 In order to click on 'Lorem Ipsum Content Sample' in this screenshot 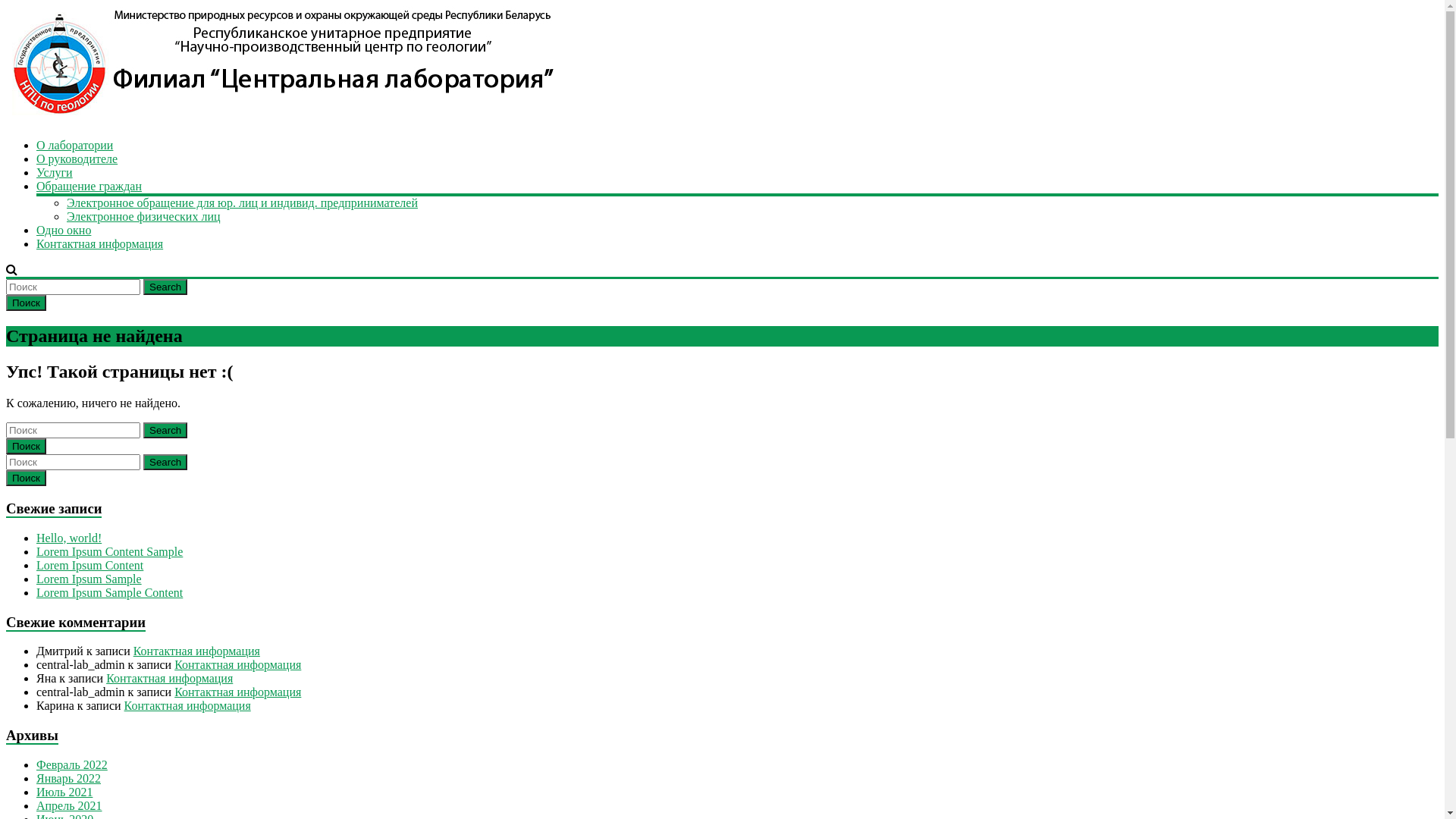, I will do `click(108, 551)`.